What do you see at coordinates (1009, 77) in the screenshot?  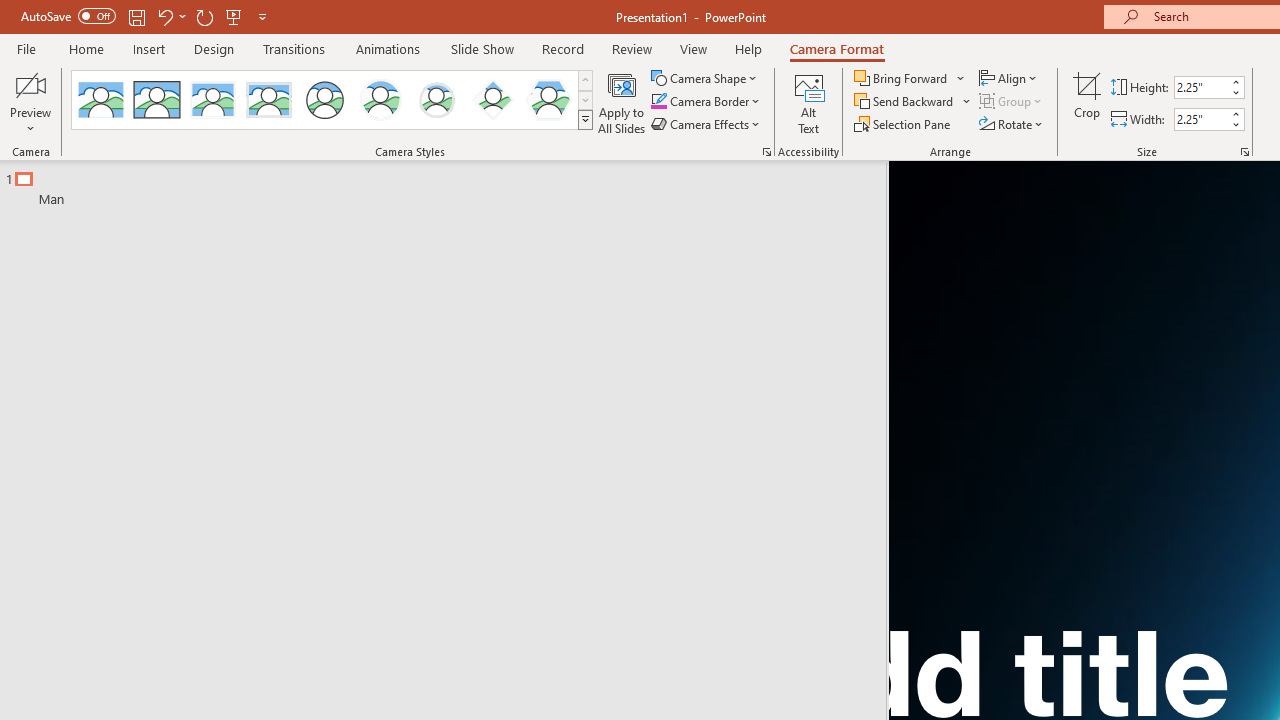 I see `'Align'` at bounding box center [1009, 77].